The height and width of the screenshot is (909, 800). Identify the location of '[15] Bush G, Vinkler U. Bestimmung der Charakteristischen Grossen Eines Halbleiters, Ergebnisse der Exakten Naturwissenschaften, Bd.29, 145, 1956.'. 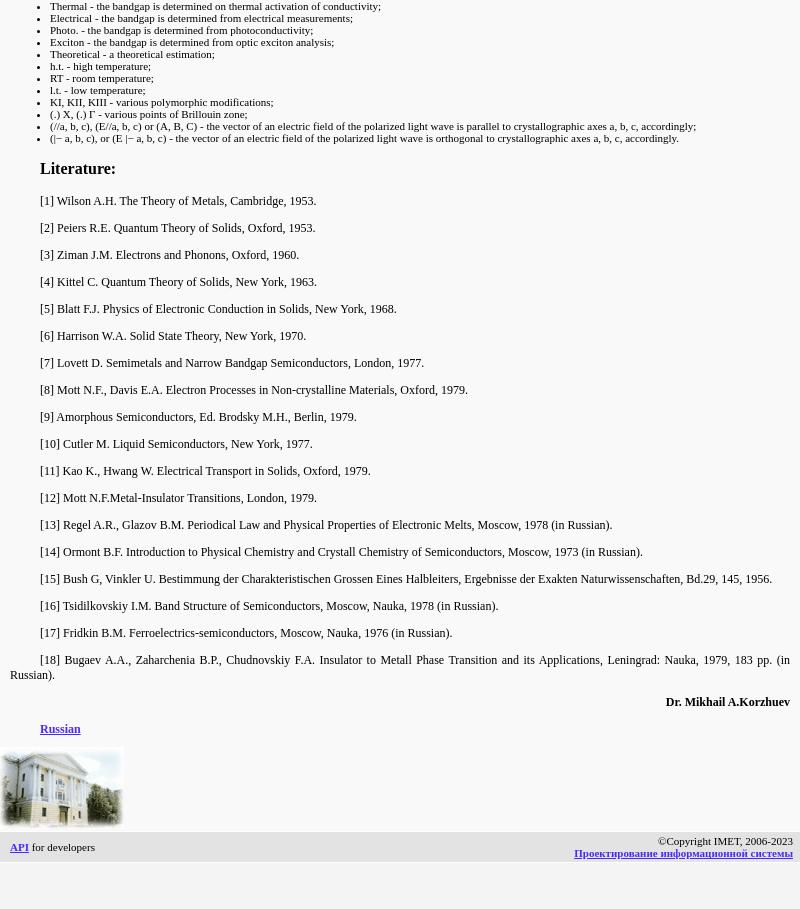
(405, 578).